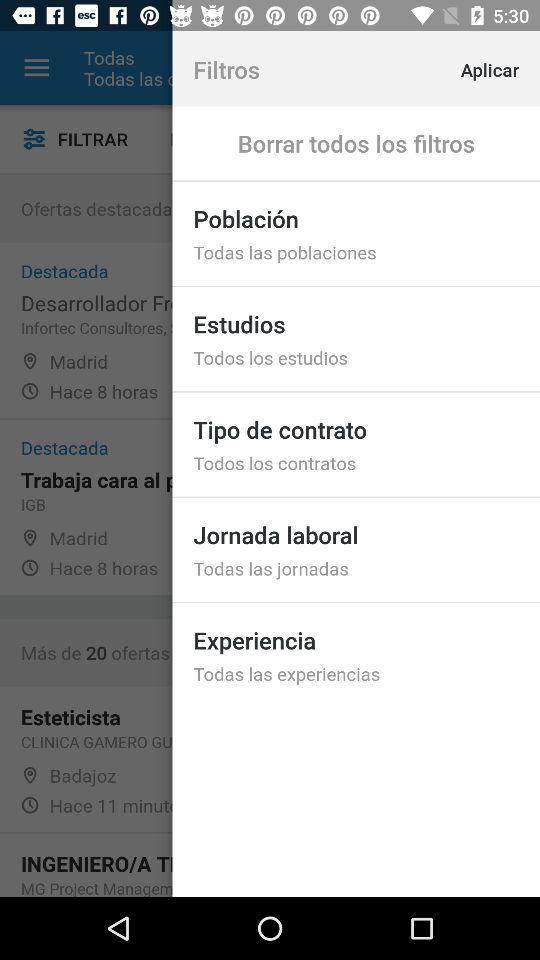 This screenshot has height=960, width=540. I want to click on icon next to filtros item, so click(508, 68).